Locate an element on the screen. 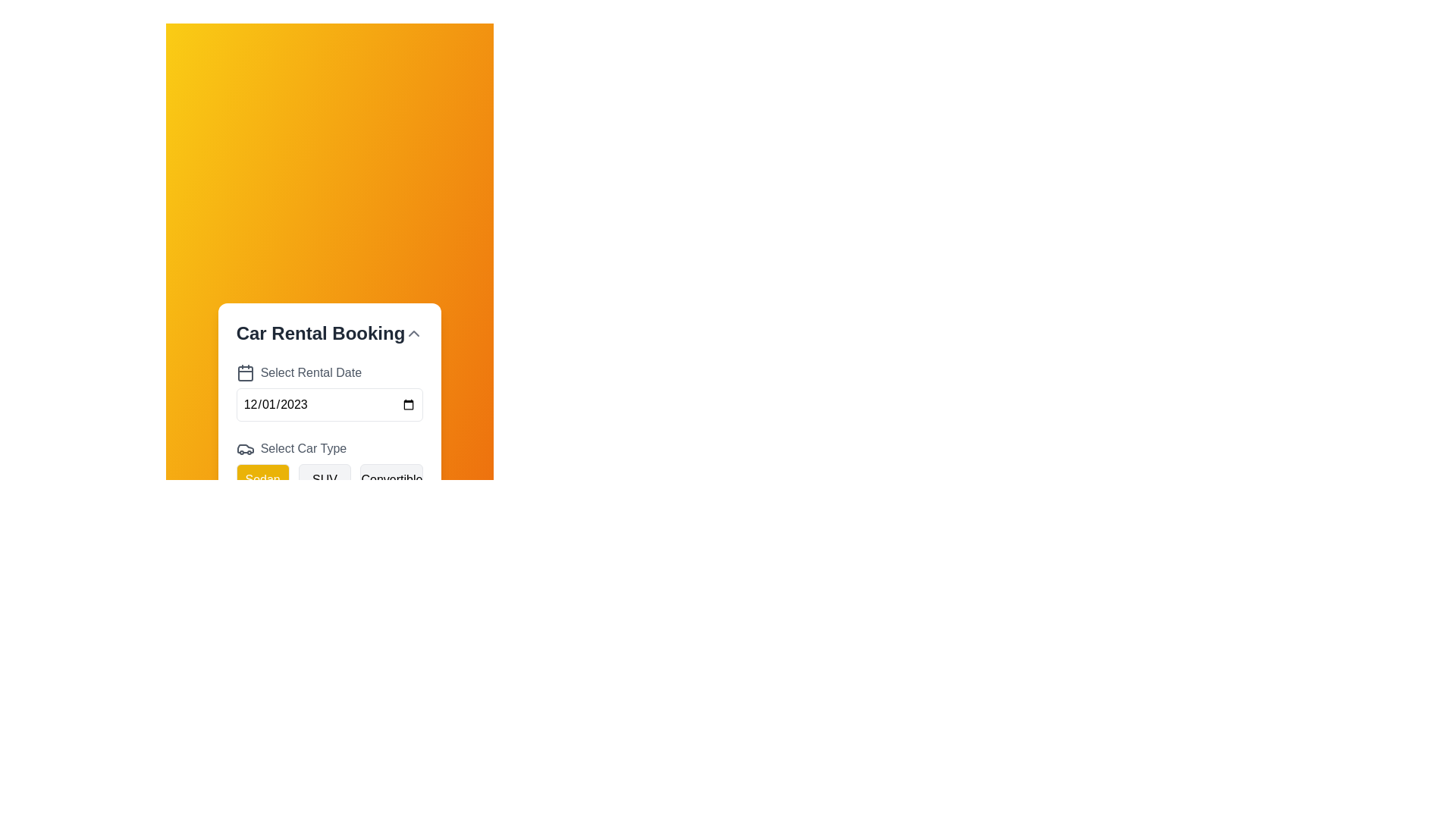 The width and height of the screenshot is (1456, 819). label indicating the car type selection requirement, located in the 'Car Rental Booking' section, directly below 'Rental Date' and above car type options is located at coordinates (329, 447).